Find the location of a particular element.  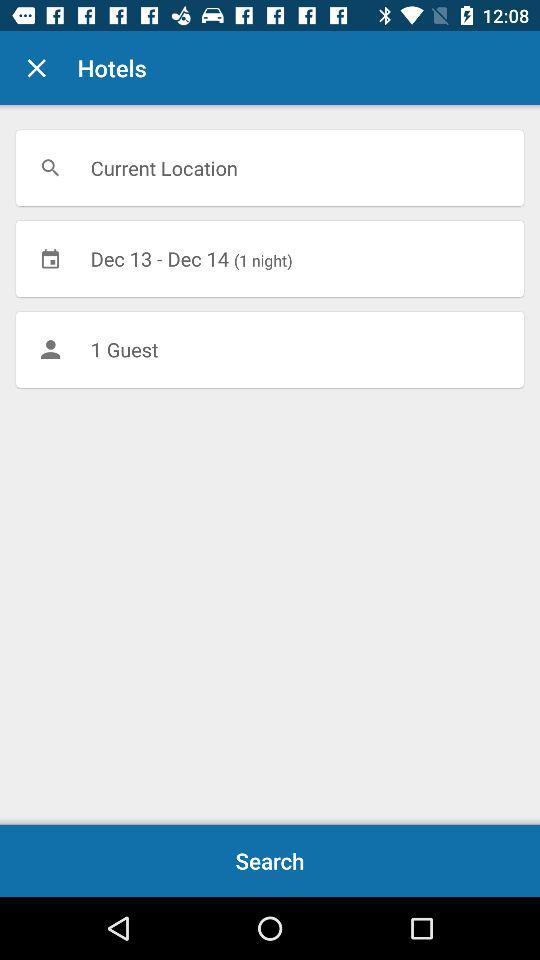

the dec 13 dec icon is located at coordinates (270, 257).